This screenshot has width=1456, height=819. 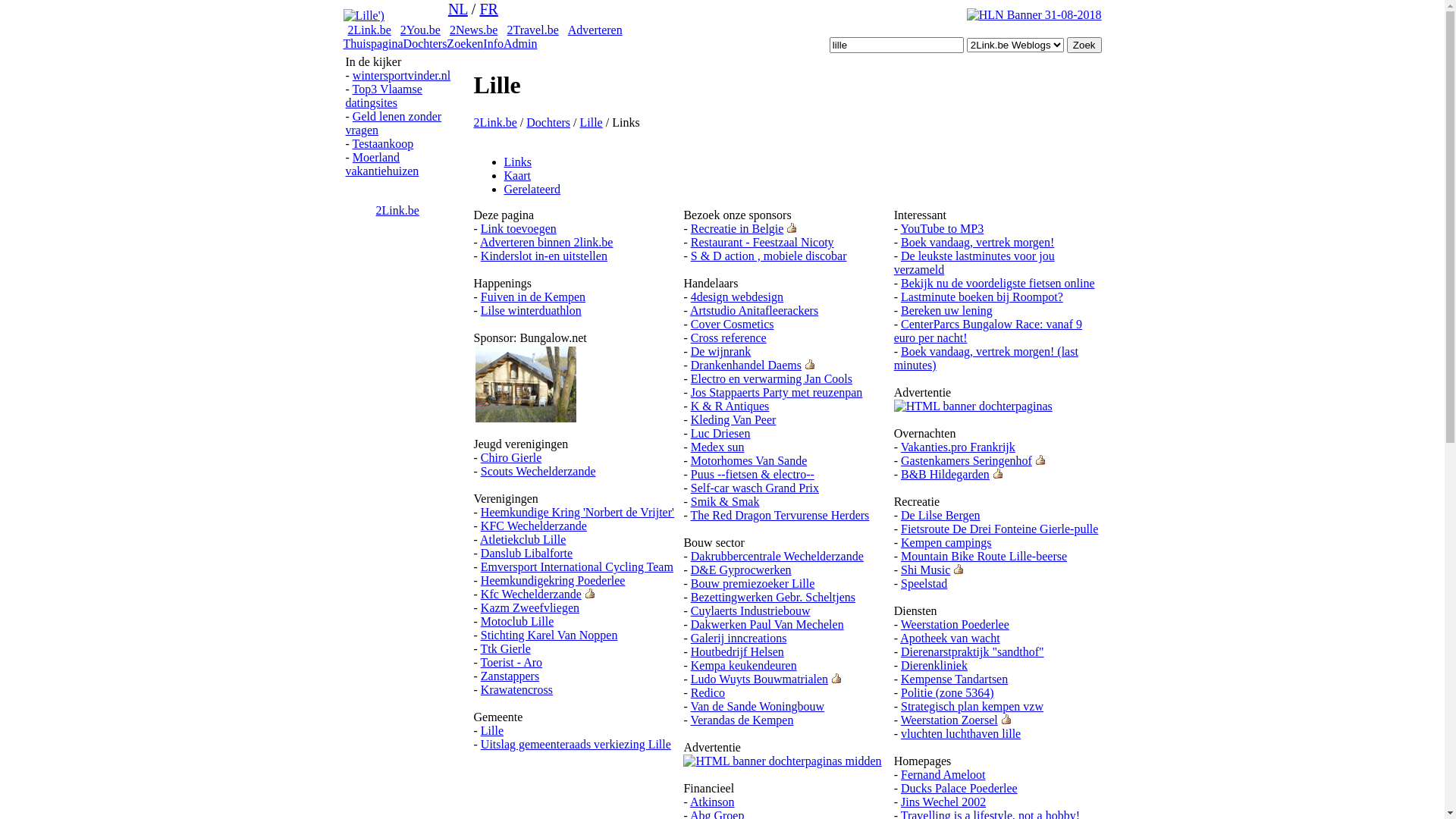 I want to click on 'Heemkundigekring Poederlee', so click(x=479, y=580).